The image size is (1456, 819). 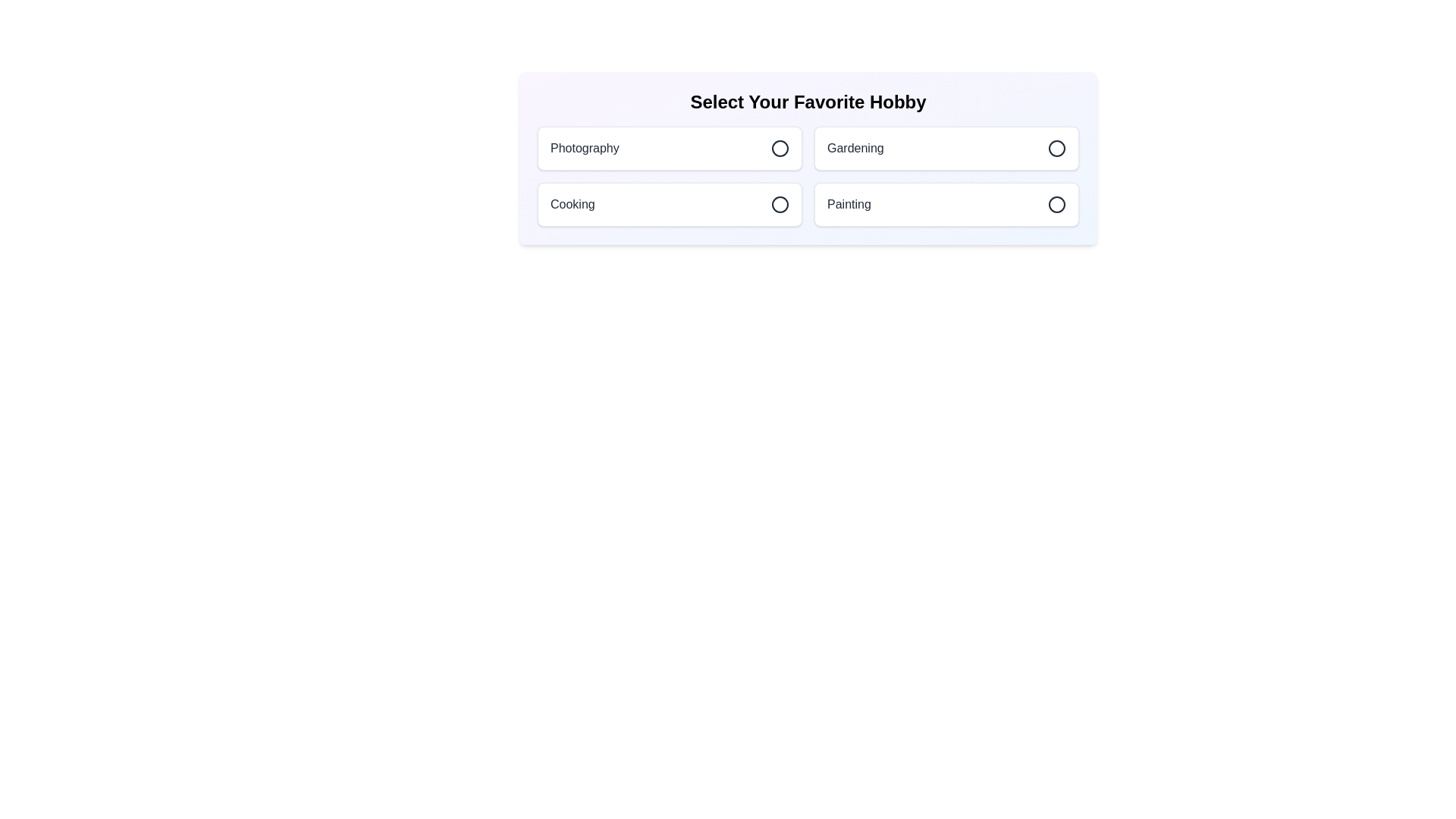 What do you see at coordinates (584, 149) in the screenshot?
I see `the 'Photography' text label, which is a black font label inside a white rectangular section with a rounded border, located in the top-left of a two-by-two grid layout` at bounding box center [584, 149].